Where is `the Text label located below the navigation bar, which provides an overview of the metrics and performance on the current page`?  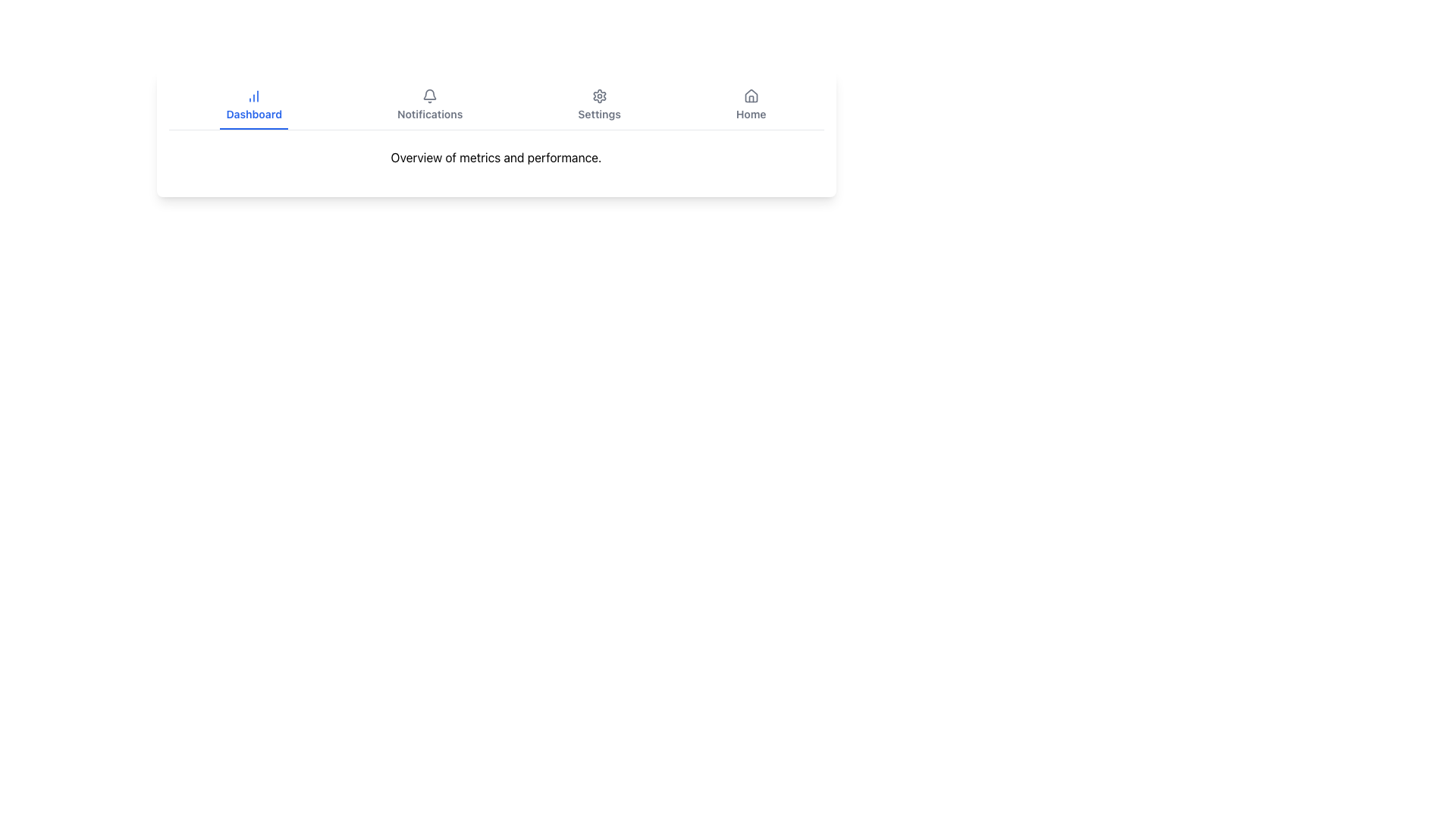
the Text label located below the navigation bar, which provides an overview of the metrics and performance on the current page is located at coordinates (496, 158).